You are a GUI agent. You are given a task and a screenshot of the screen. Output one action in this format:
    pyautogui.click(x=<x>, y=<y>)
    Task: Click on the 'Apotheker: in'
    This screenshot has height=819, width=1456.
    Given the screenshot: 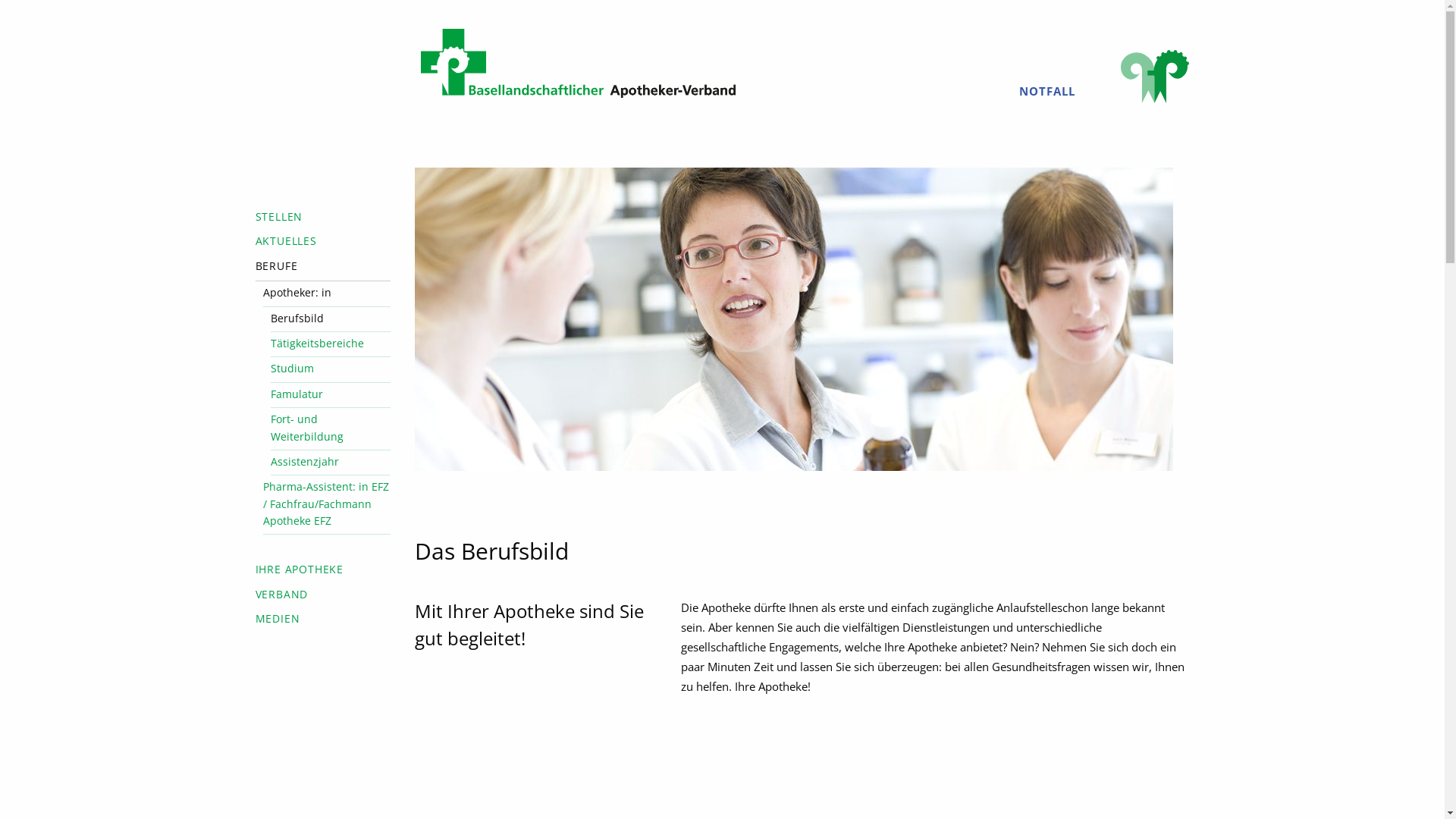 What is the action you would take?
    pyautogui.click(x=325, y=295)
    